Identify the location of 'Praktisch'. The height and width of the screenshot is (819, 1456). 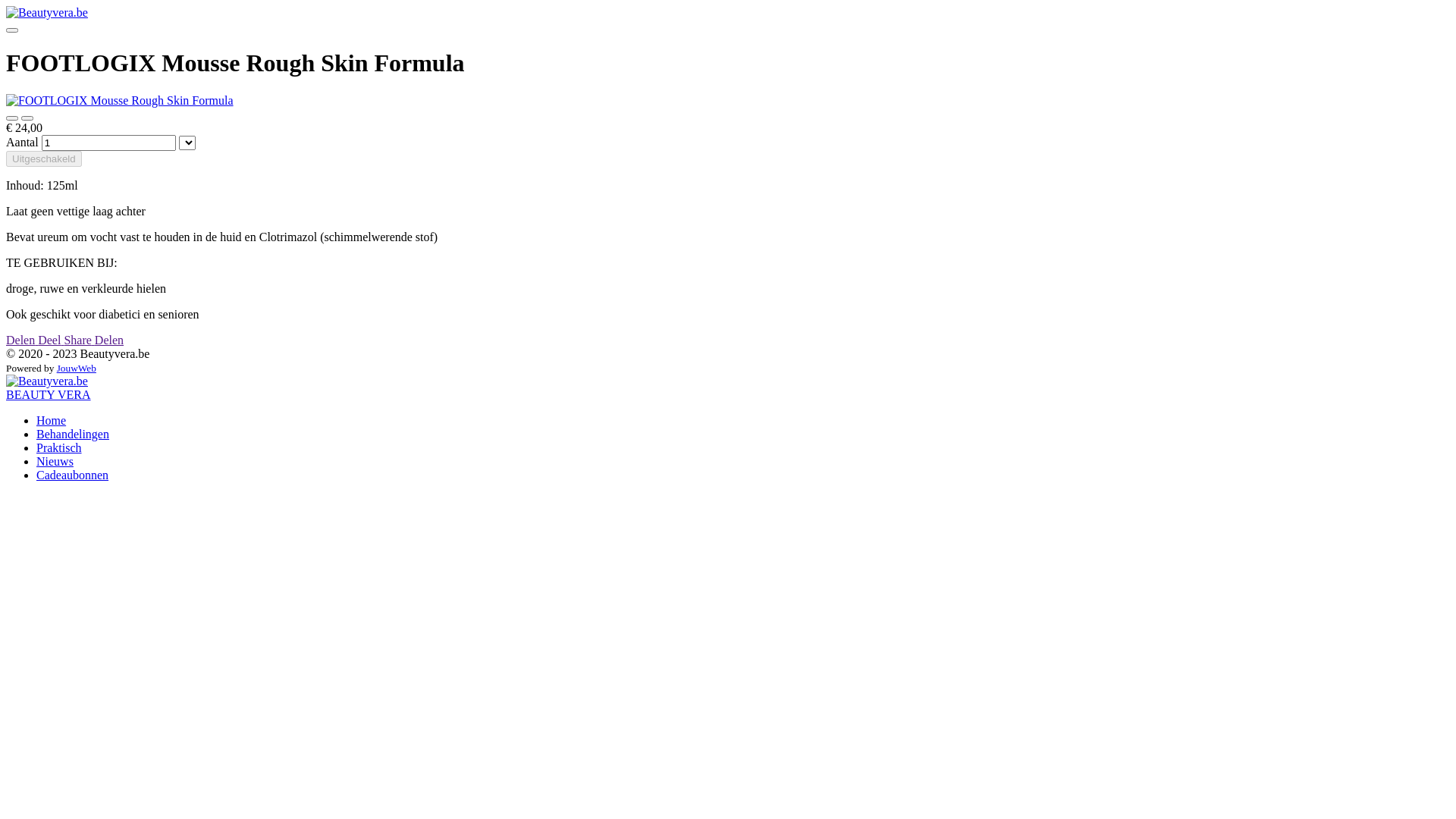
(36, 447).